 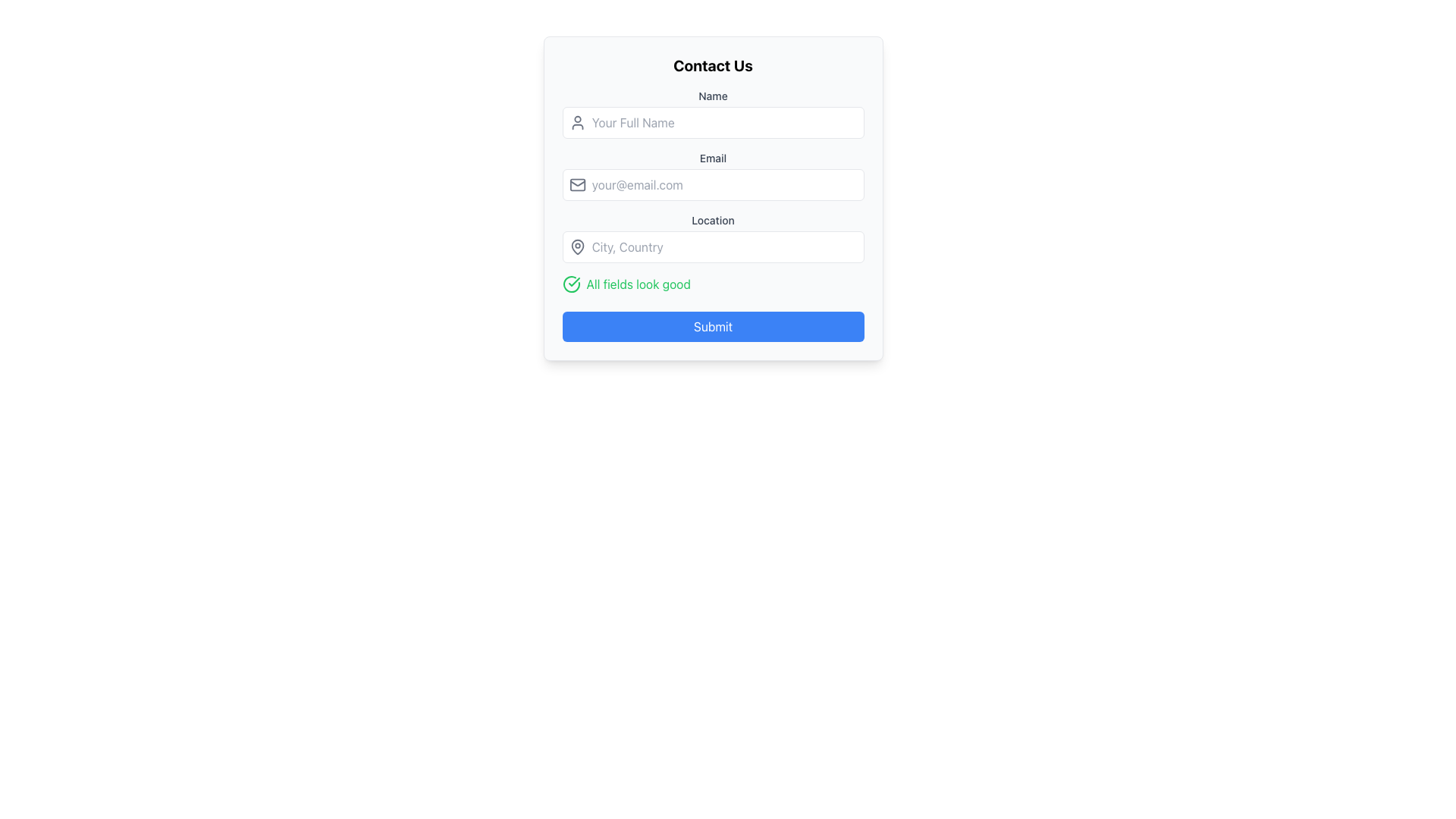 What do you see at coordinates (712, 65) in the screenshot?
I see `text heading 'Contact Us' which is a large, bold title centered above the form fields in the interface` at bounding box center [712, 65].